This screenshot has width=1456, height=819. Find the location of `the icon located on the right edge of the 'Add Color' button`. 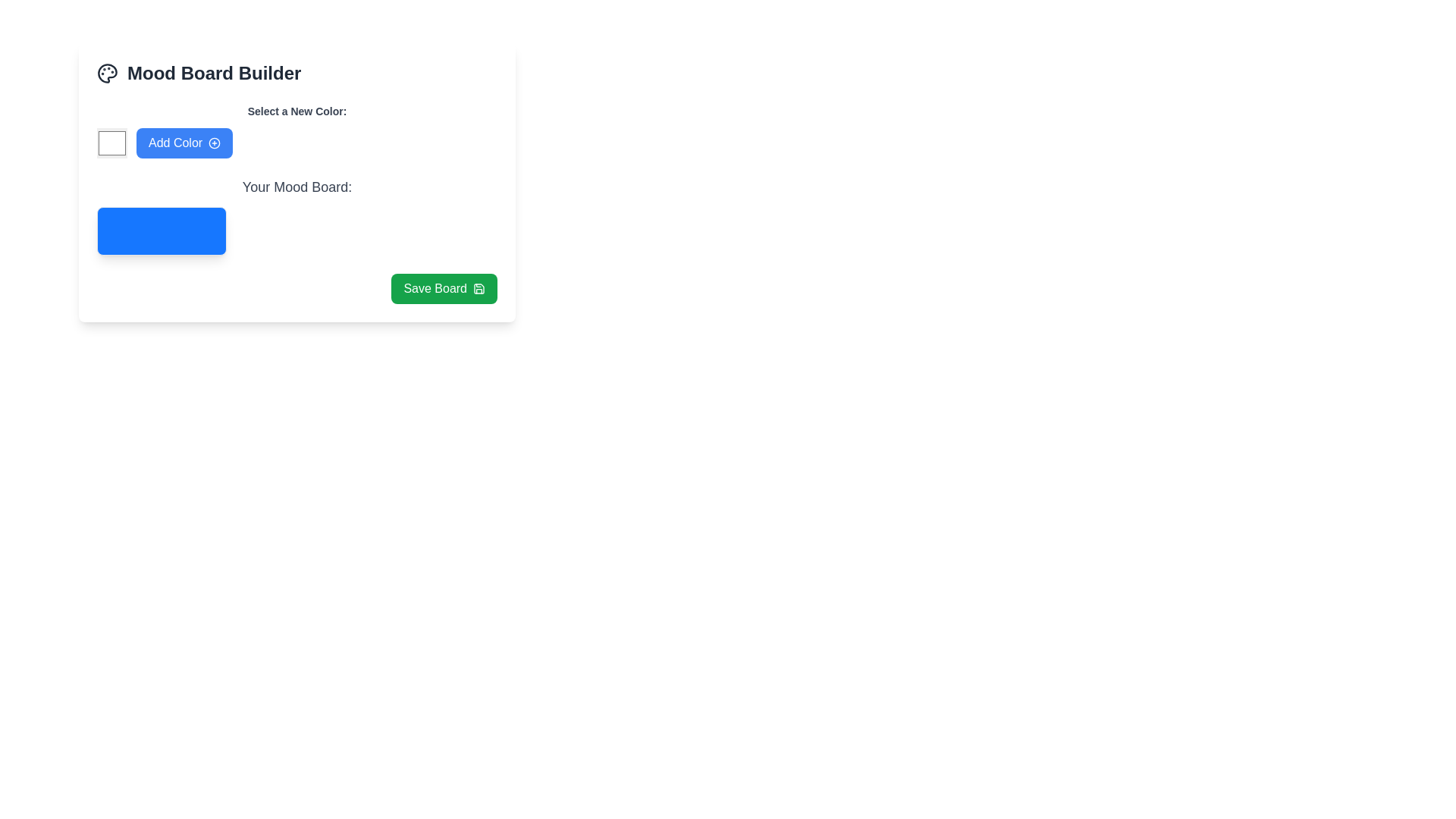

the icon located on the right edge of the 'Add Color' button is located at coordinates (214, 143).